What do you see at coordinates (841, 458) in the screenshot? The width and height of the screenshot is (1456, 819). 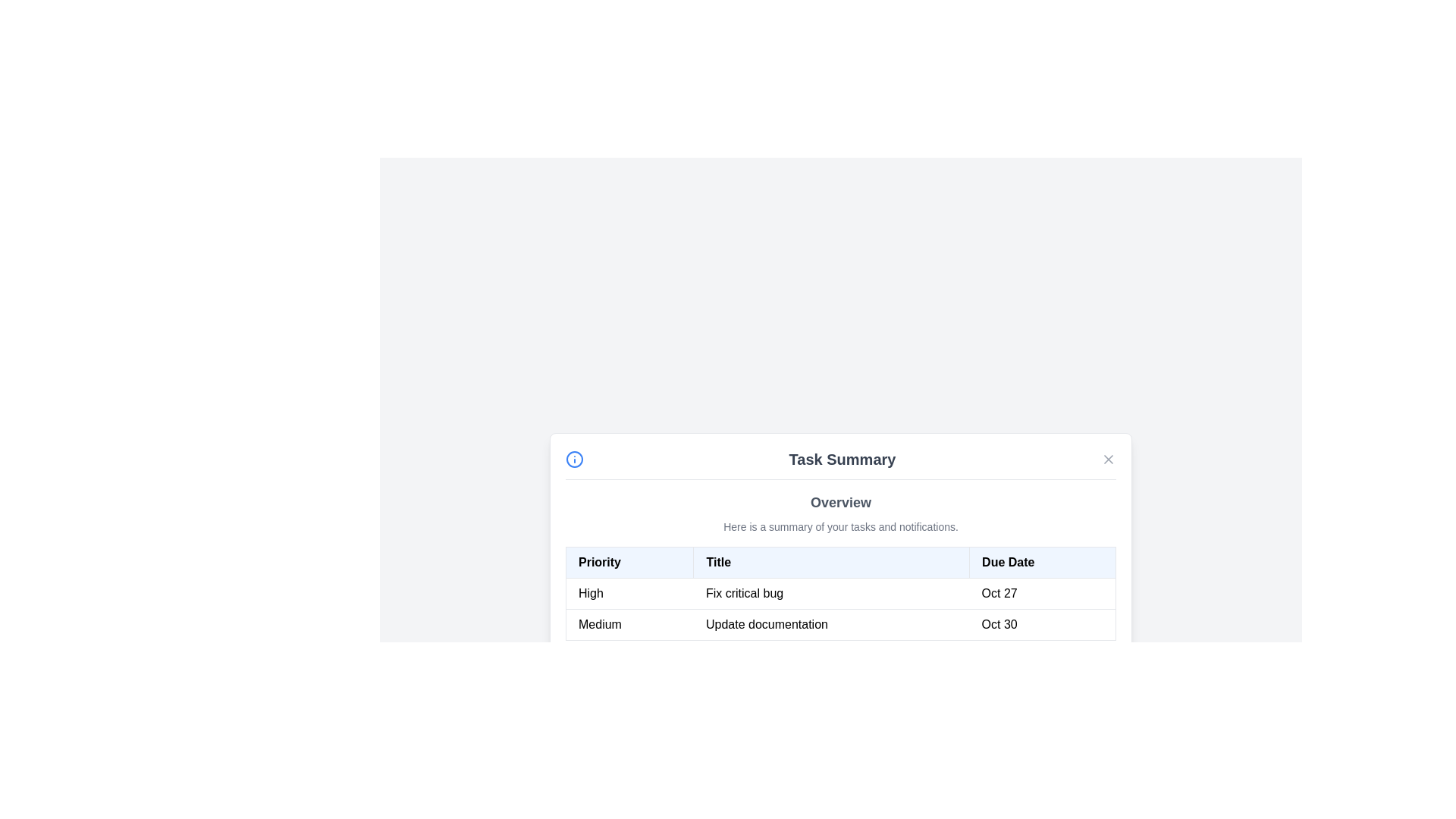 I see `the 'Task Summary' header text label which is centrally positioned at the top of the section, indicating the content below` at bounding box center [841, 458].